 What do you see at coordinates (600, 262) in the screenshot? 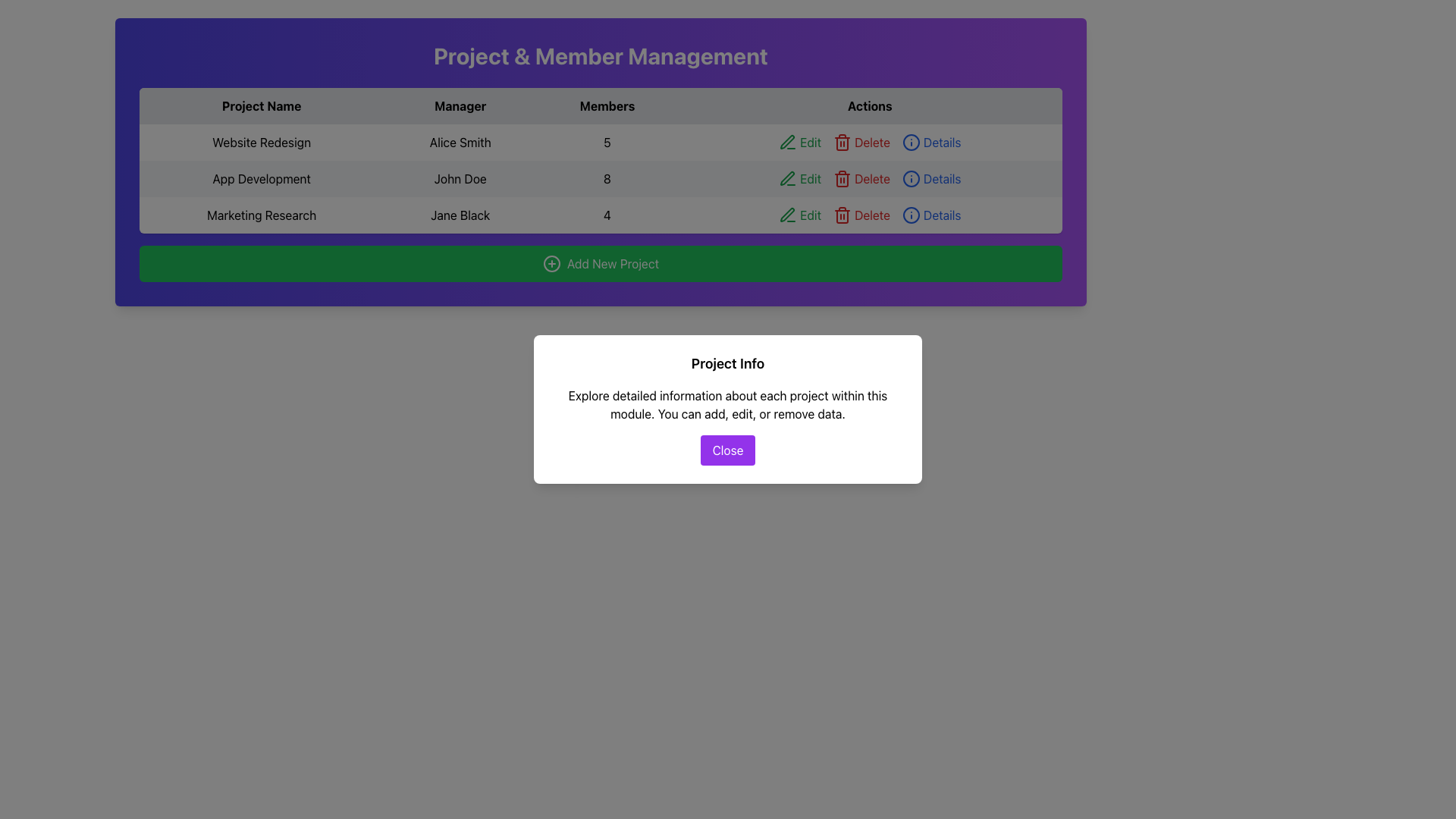
I see `the button that adds a new project, located directly below the project details table, to observe visual feedback` at bounding box center [600, 262].